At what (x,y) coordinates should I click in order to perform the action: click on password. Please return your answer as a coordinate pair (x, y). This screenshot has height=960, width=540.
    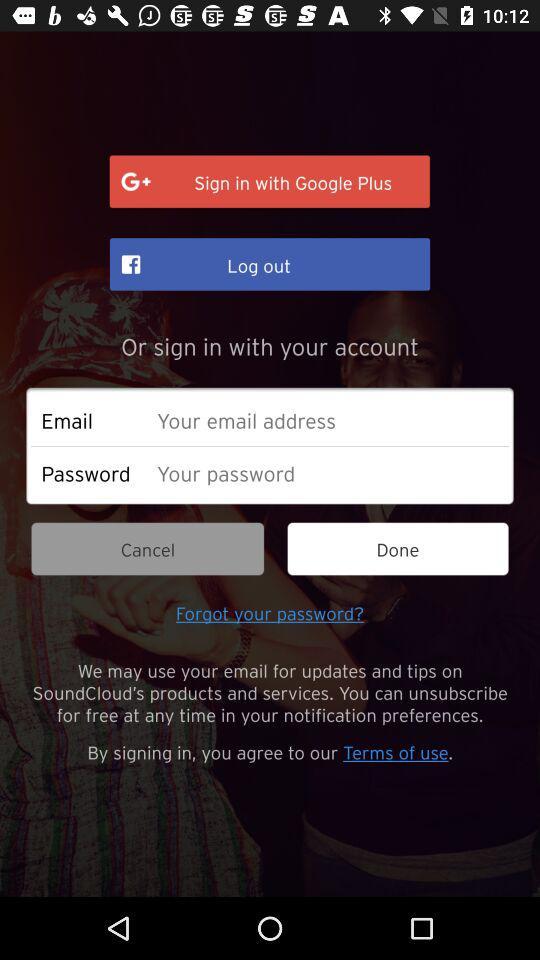
    Looking at the image, I should click on (327, 472).